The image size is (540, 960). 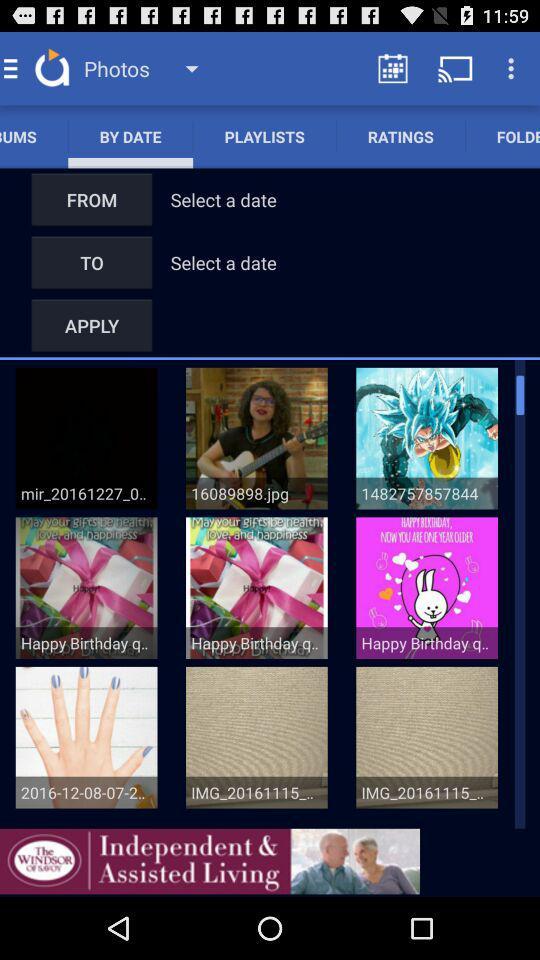 What do you see at coordinates (209, 860) in the screenshot?
I see `advertisement website` at bounding box center [209, 860].